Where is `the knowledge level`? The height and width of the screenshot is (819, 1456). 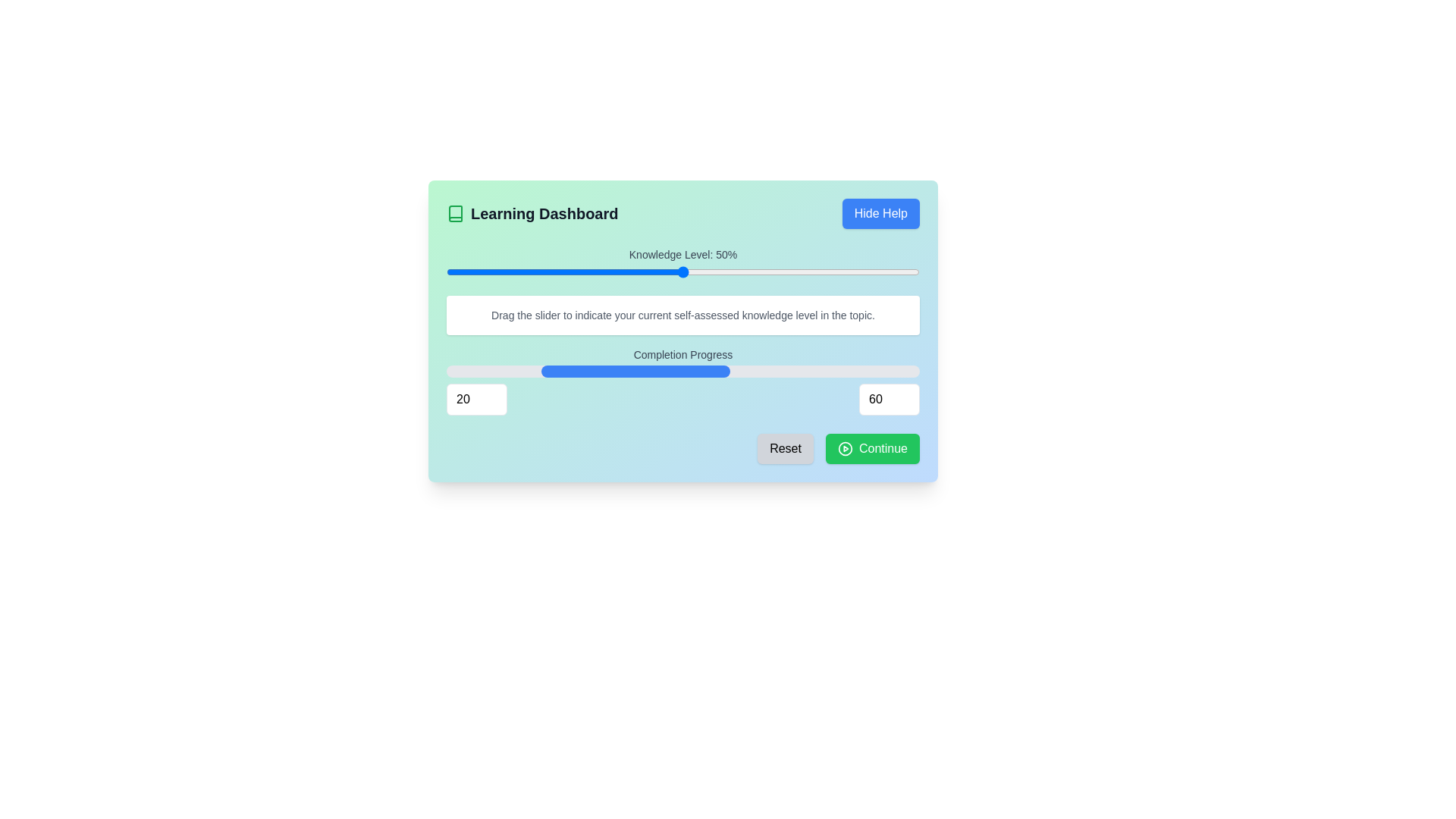
the knowledge level is located at coordinates (668, 271).